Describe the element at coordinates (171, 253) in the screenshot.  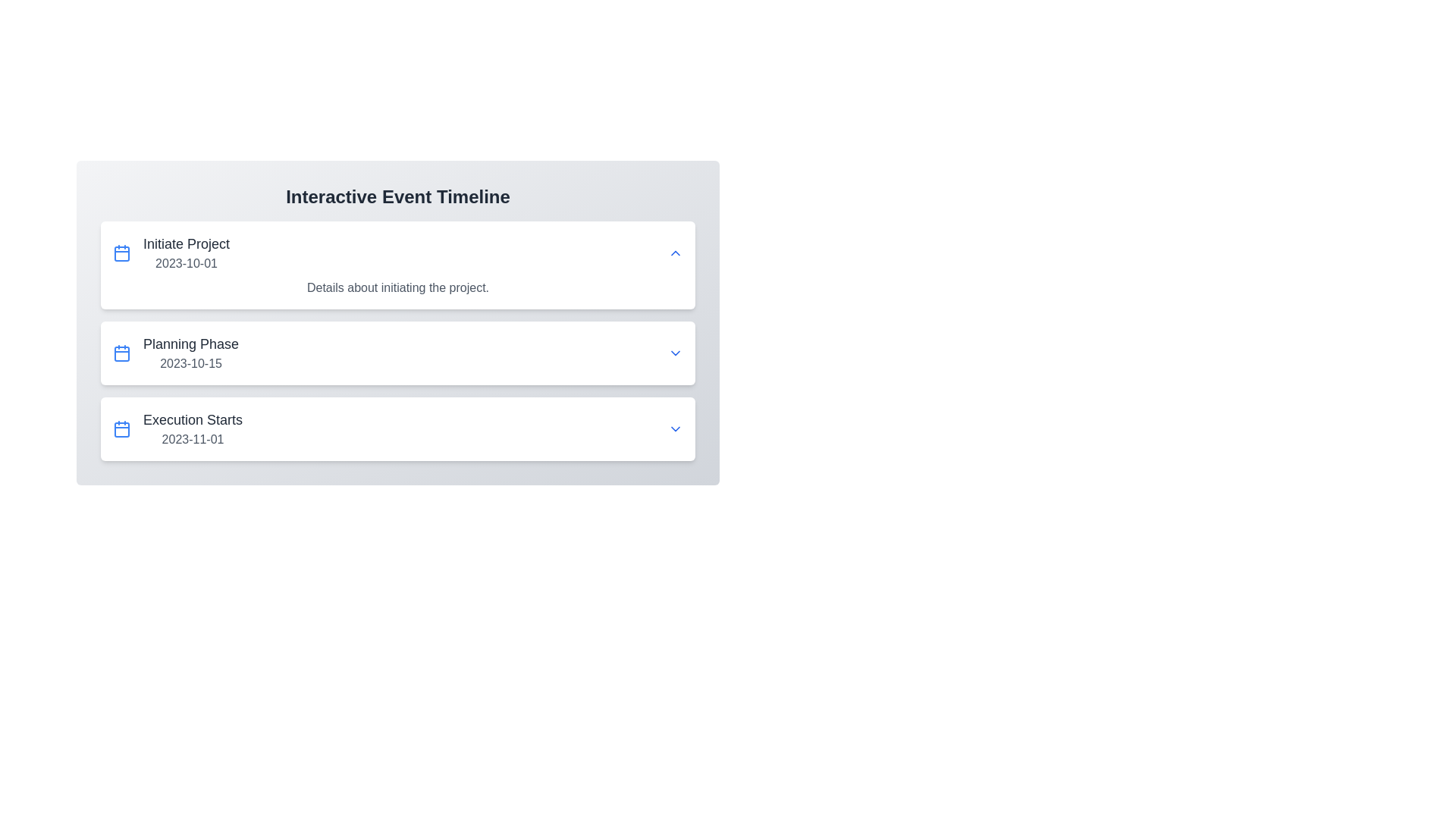
I see `the first Text Block representing a timeline event to associate the date with the event` at that location.